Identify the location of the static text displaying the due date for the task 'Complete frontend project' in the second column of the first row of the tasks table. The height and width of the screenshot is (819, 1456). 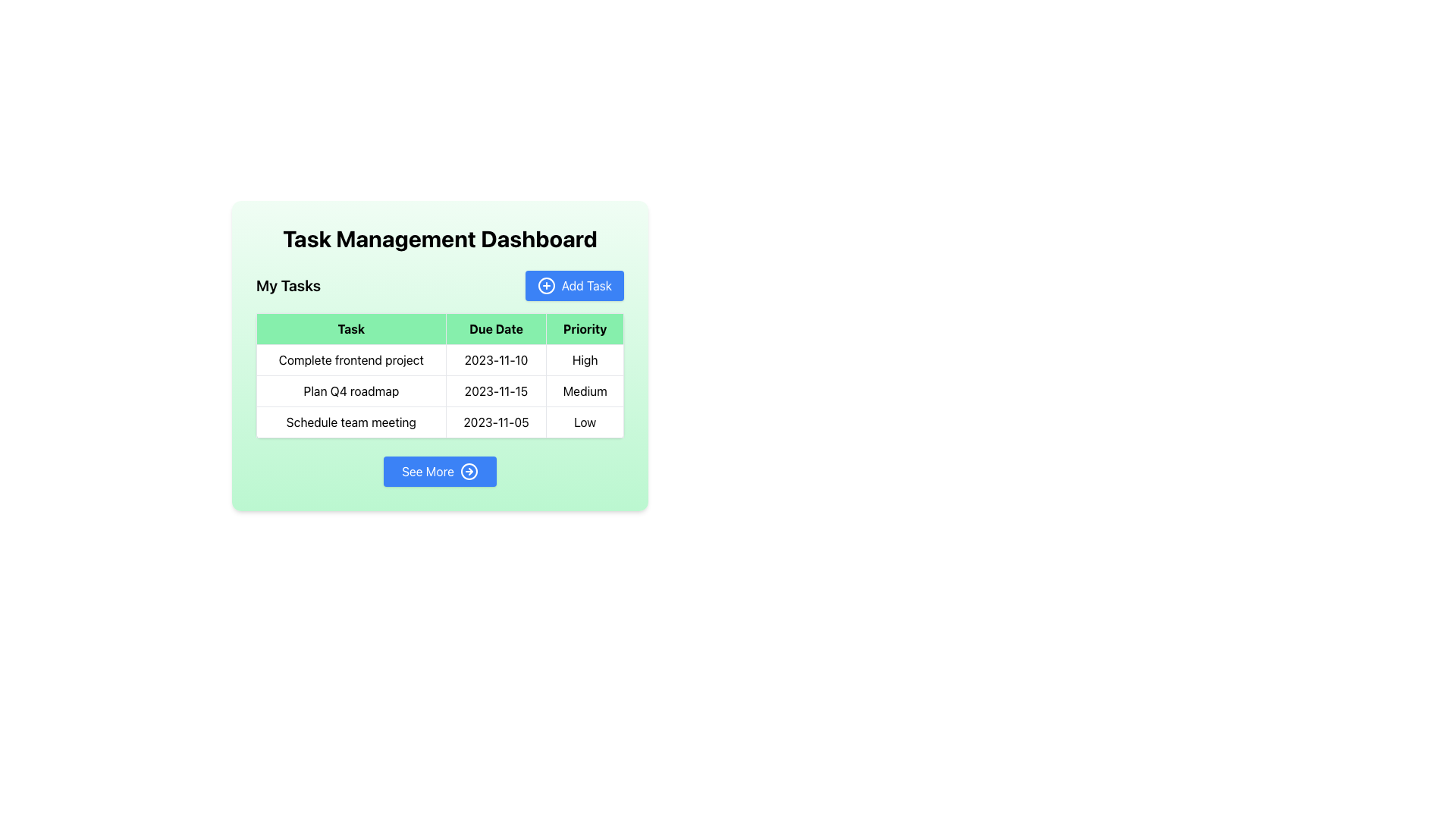
(496, 359).